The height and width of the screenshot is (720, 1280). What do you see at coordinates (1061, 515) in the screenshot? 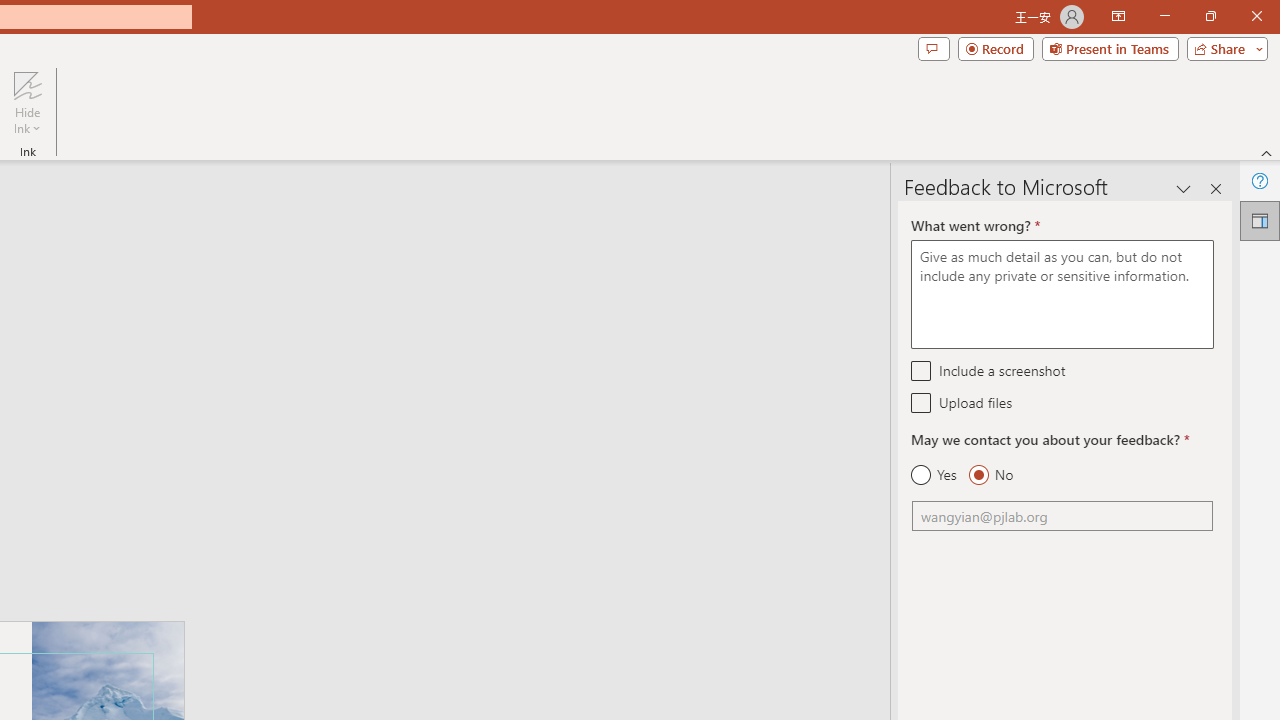
I see `'Email'` at bounding box center [1061, 515].